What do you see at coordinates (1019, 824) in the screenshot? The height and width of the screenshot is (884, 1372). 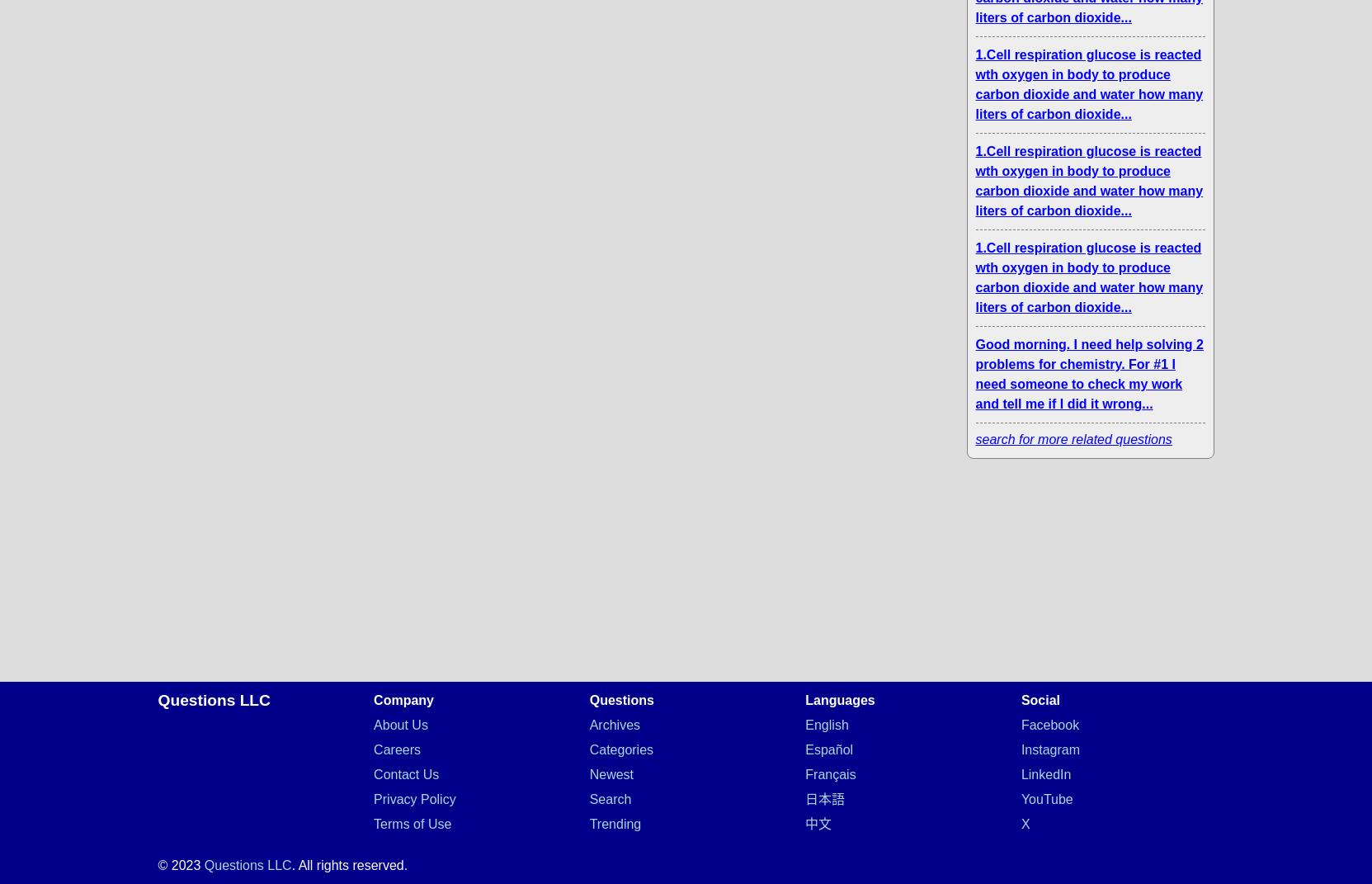 I see `'X'` at bounding box center [1019, 824].